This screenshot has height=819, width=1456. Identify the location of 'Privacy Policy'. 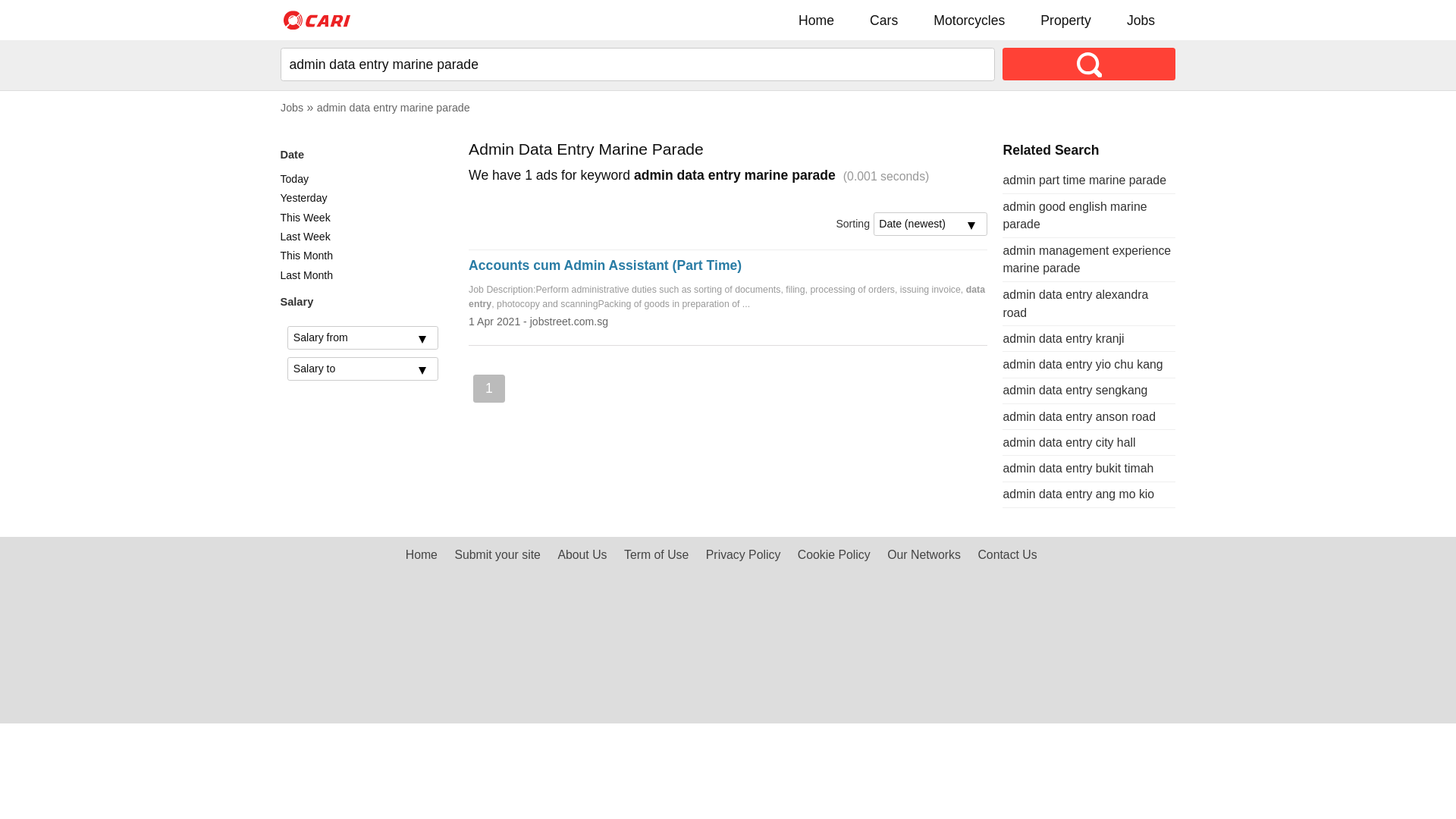
(743, 554).